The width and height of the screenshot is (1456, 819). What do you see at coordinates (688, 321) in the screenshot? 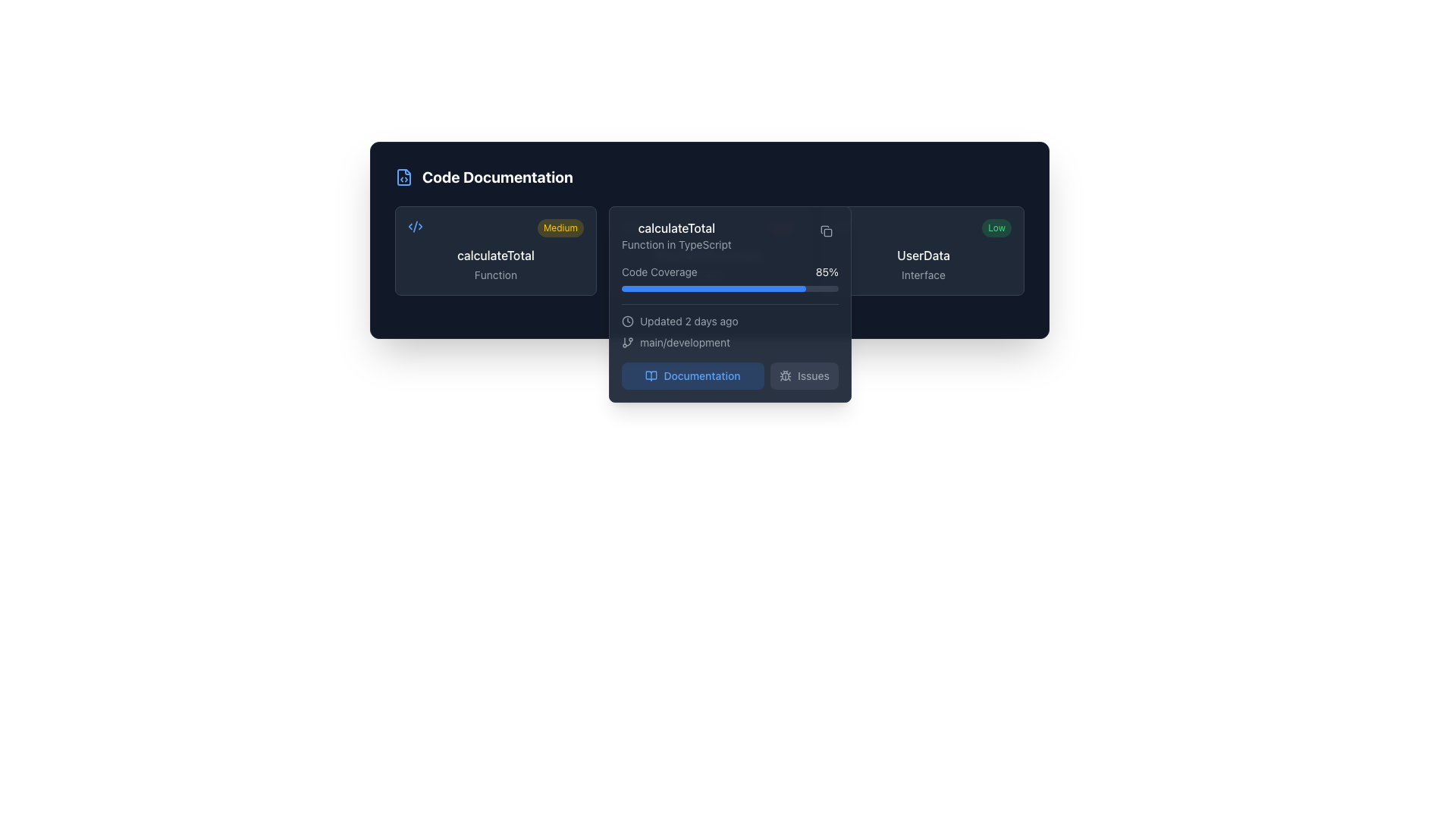
I see `informational static text label indicating the last update timestamp, positioned to the right of a clock icon within the bottom middle section of the card UI` at bounding box center [688, 321].